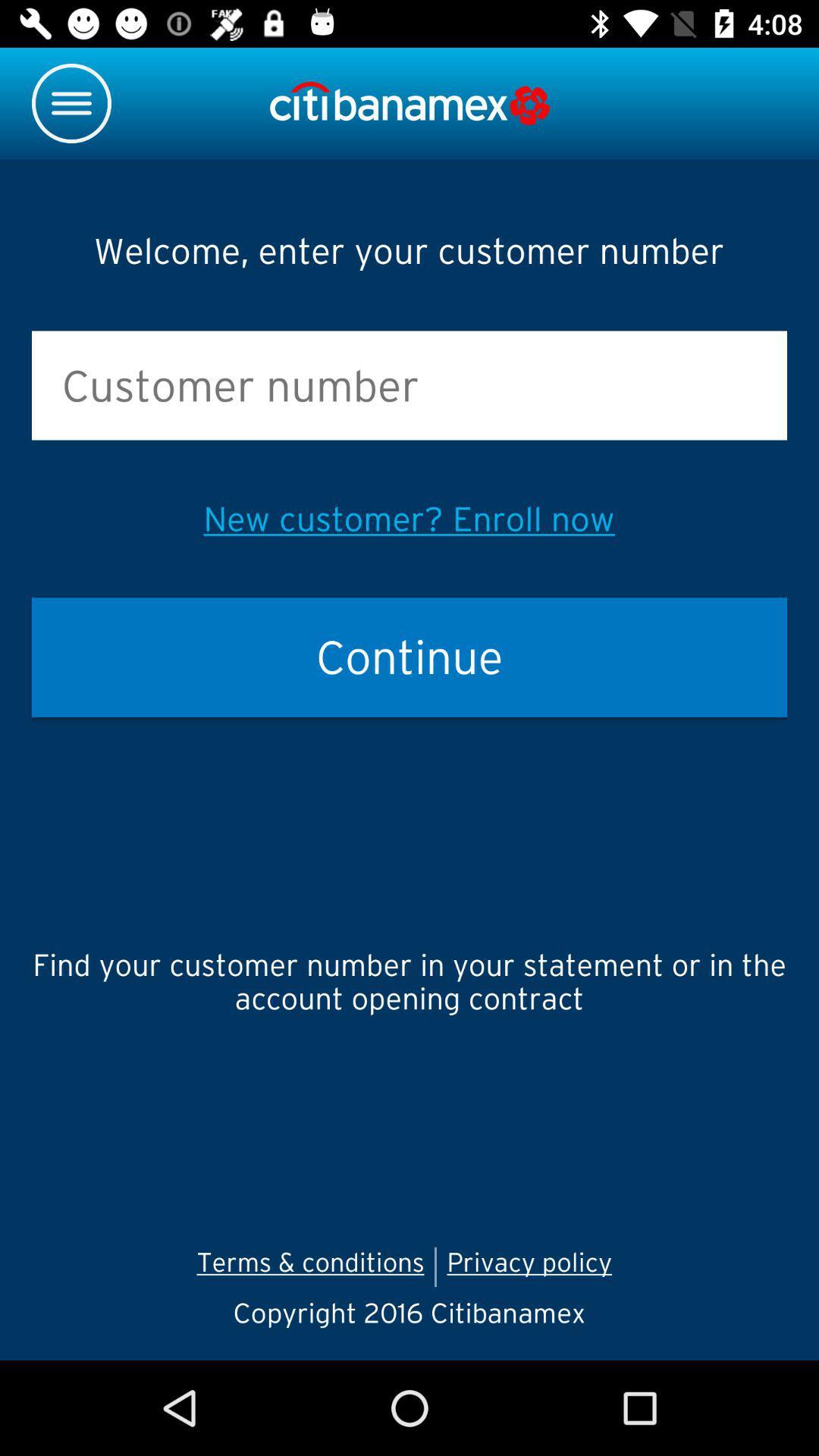  I want to click on icon above the copyright 2016 citibanamex item, so click(309, 1266).